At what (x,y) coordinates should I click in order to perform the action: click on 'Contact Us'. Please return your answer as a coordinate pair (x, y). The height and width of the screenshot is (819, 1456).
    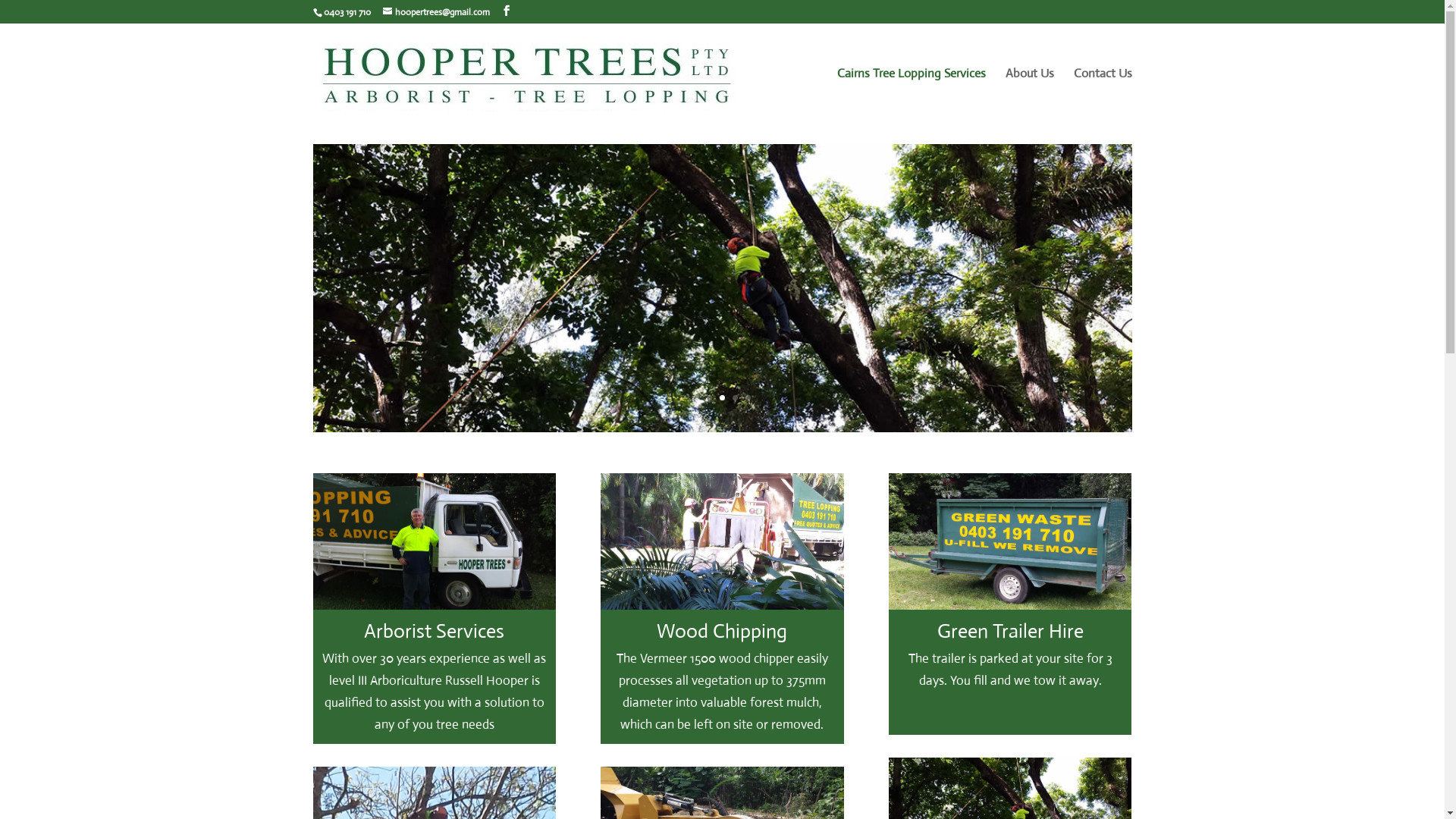
    Looking at the image, I should click on (1073, 96).